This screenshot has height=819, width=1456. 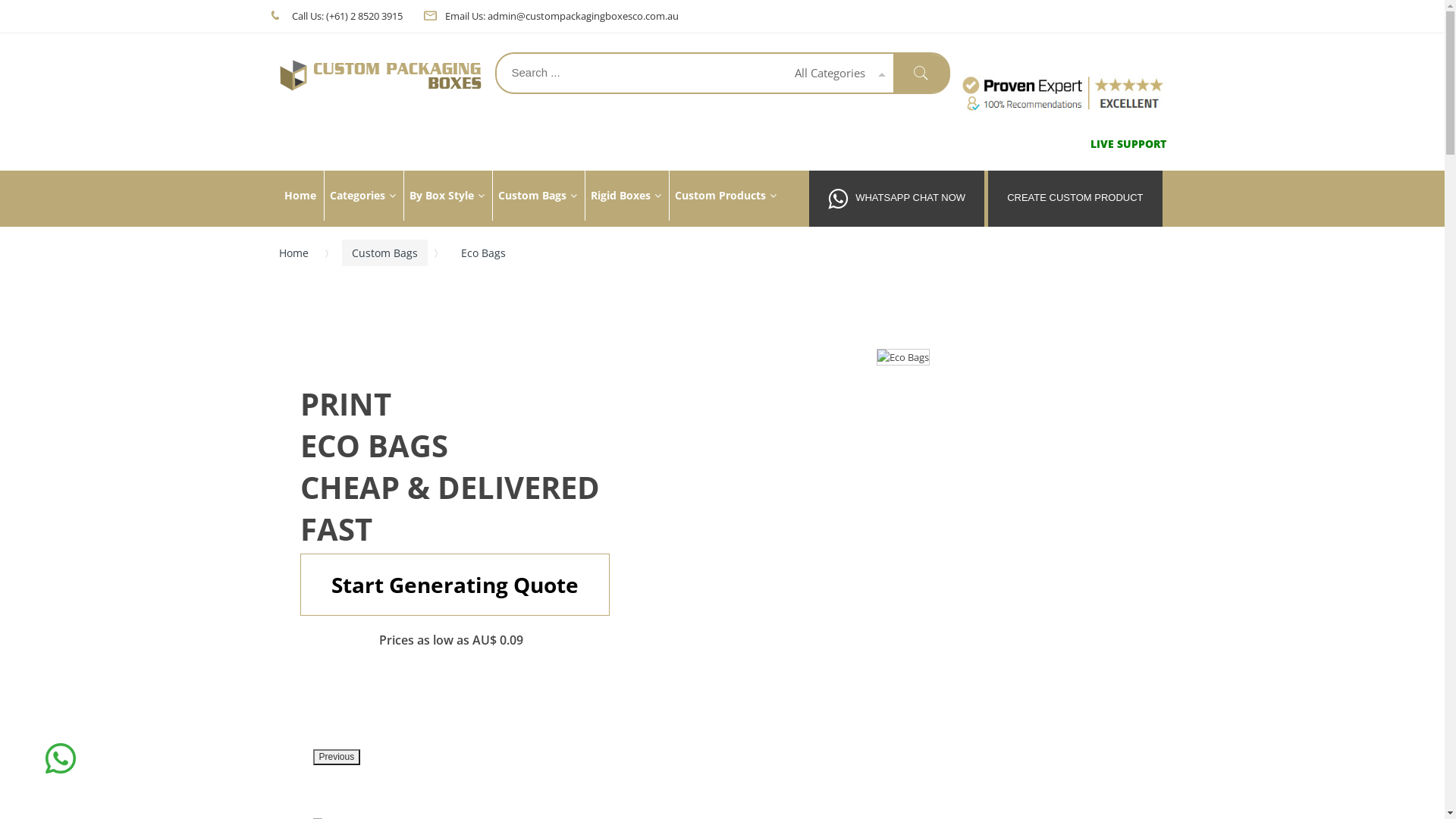 What do you see at coordinates (381, 75) in the screenshot?
I see `'CustomPackagingBoxes'` at bounding box center [381, 75].